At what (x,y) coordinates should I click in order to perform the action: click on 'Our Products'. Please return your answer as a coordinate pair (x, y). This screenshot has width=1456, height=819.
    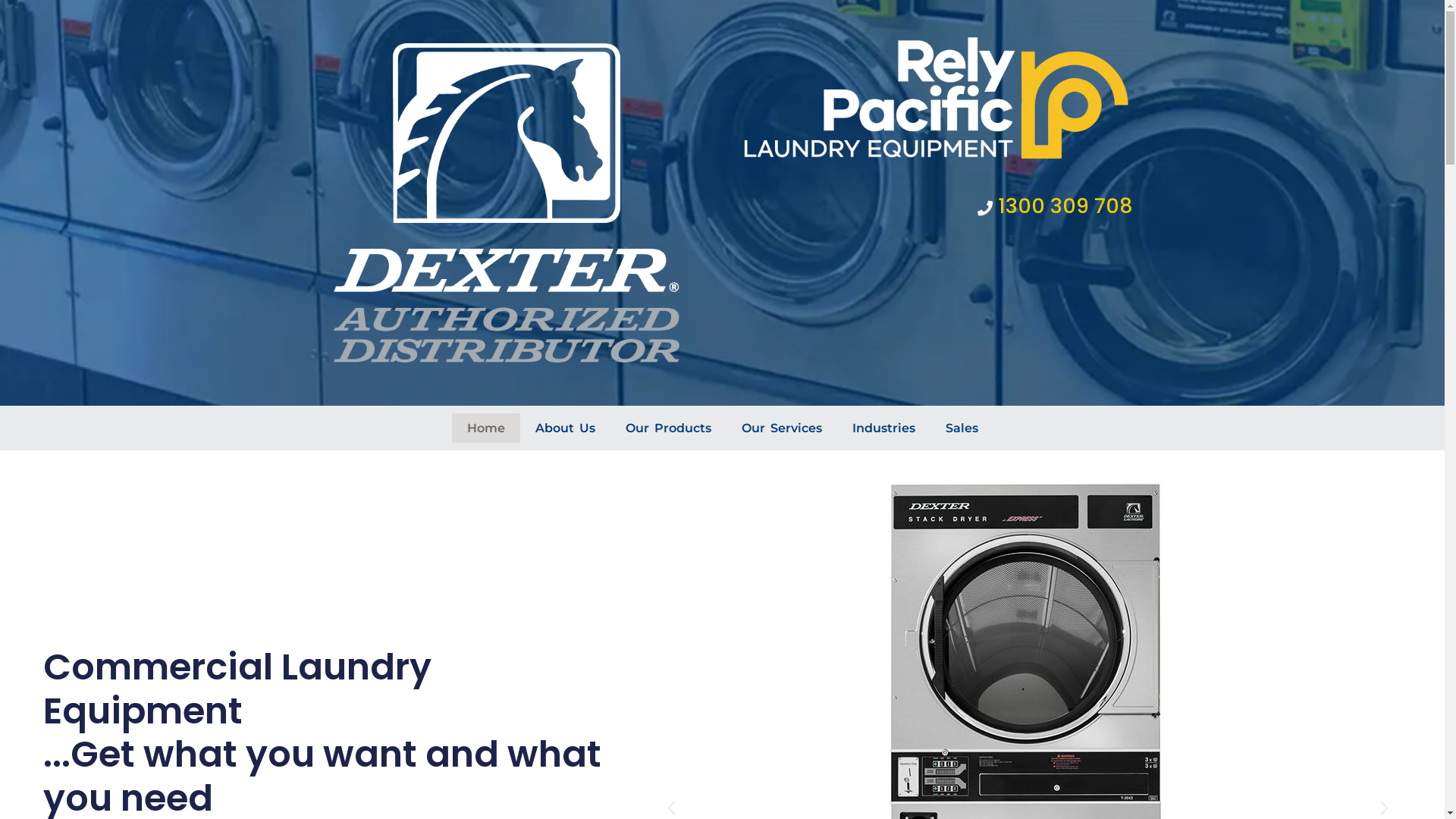
    Looking at the image, I should click on (667, 428).